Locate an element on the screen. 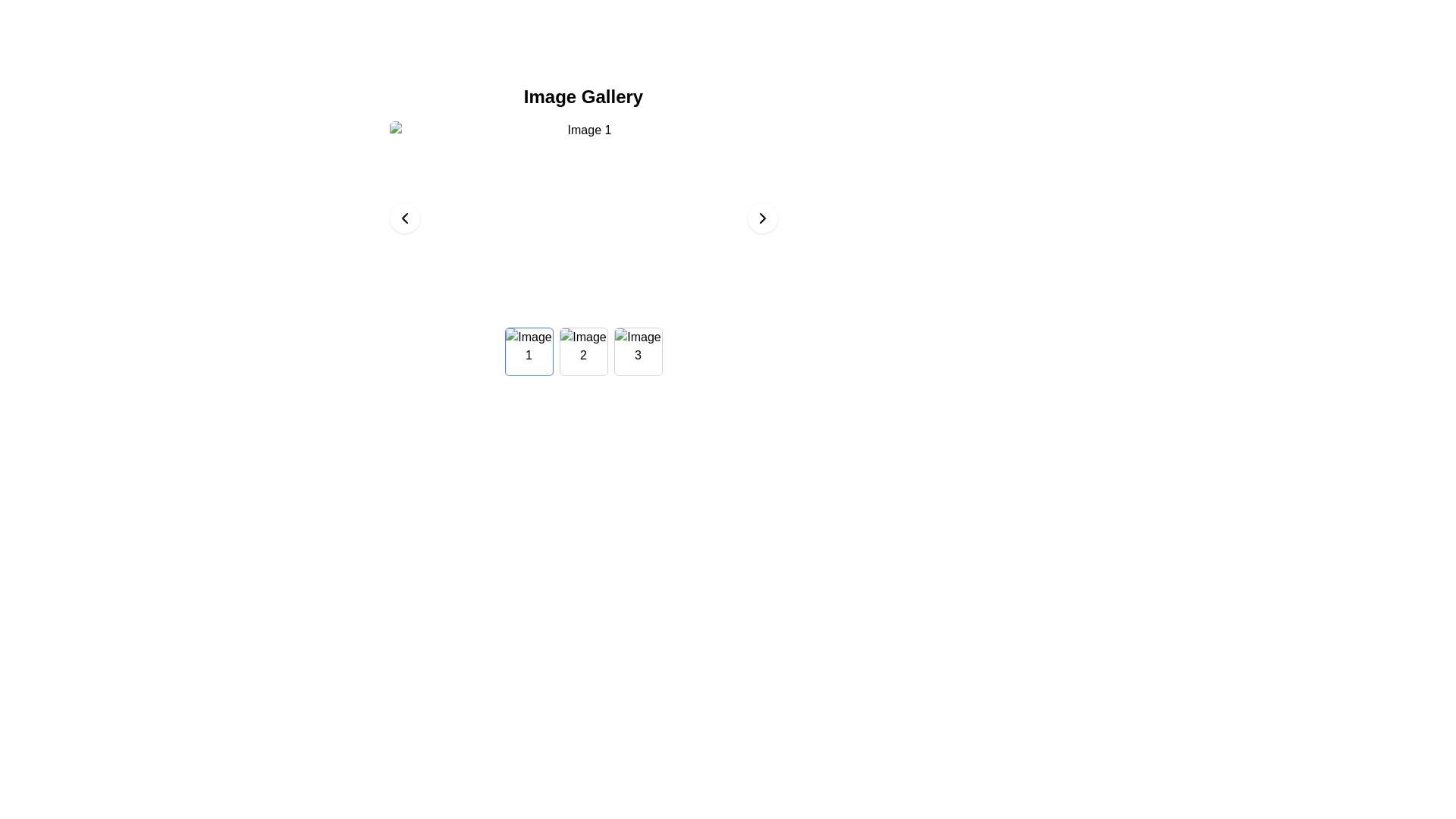 This screenshot has height=819, width=1456. the thumbnail image with alternative text 'Image 1' from its current position is located at coordinates (529, 351).